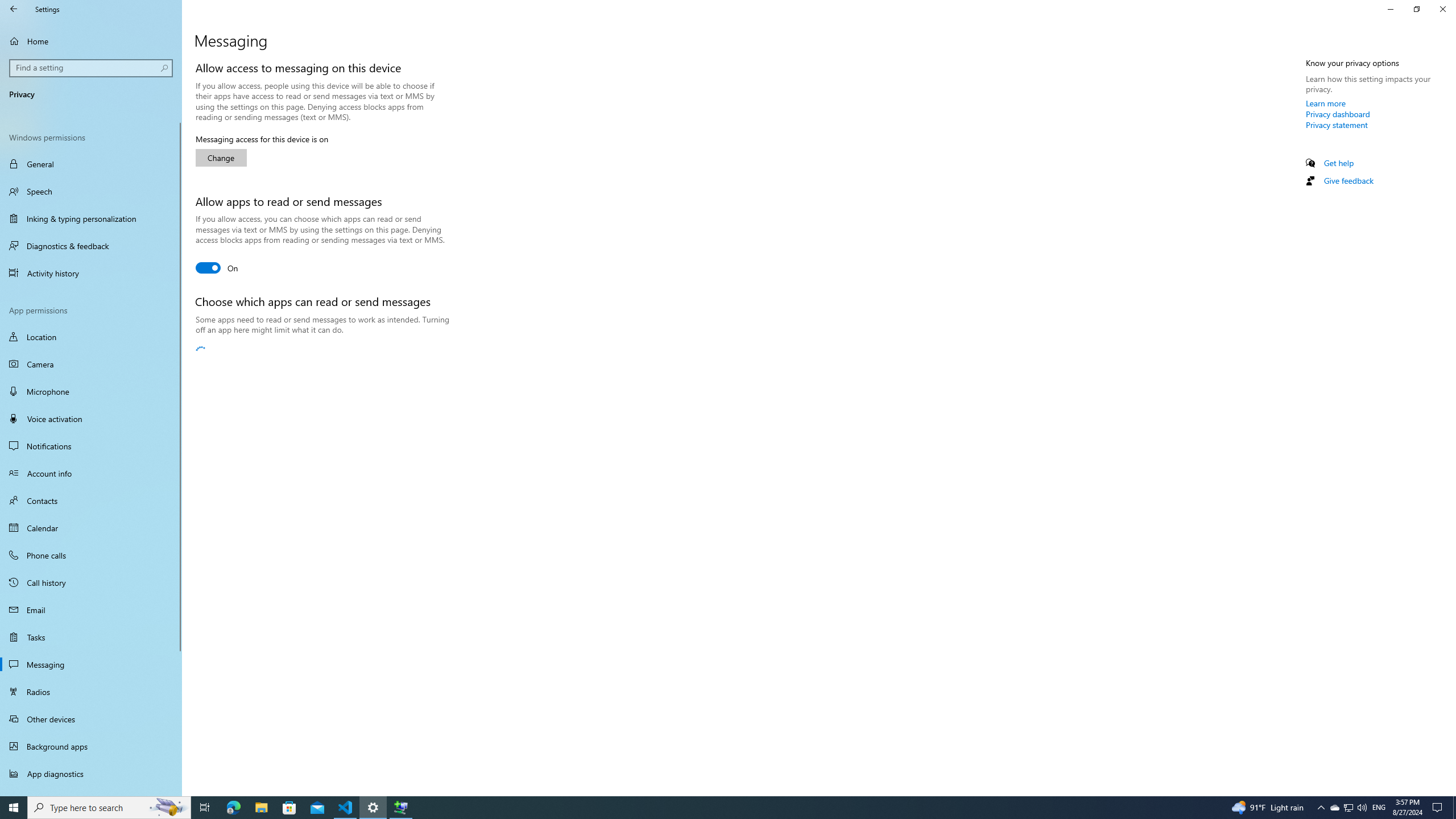 Image resolution: width=1456 pixels, height=819 pixels. What do you see at coordinates (90, 773) in the screenshot?
I see `'App diagnostics'` at bounding box center [90, 773].